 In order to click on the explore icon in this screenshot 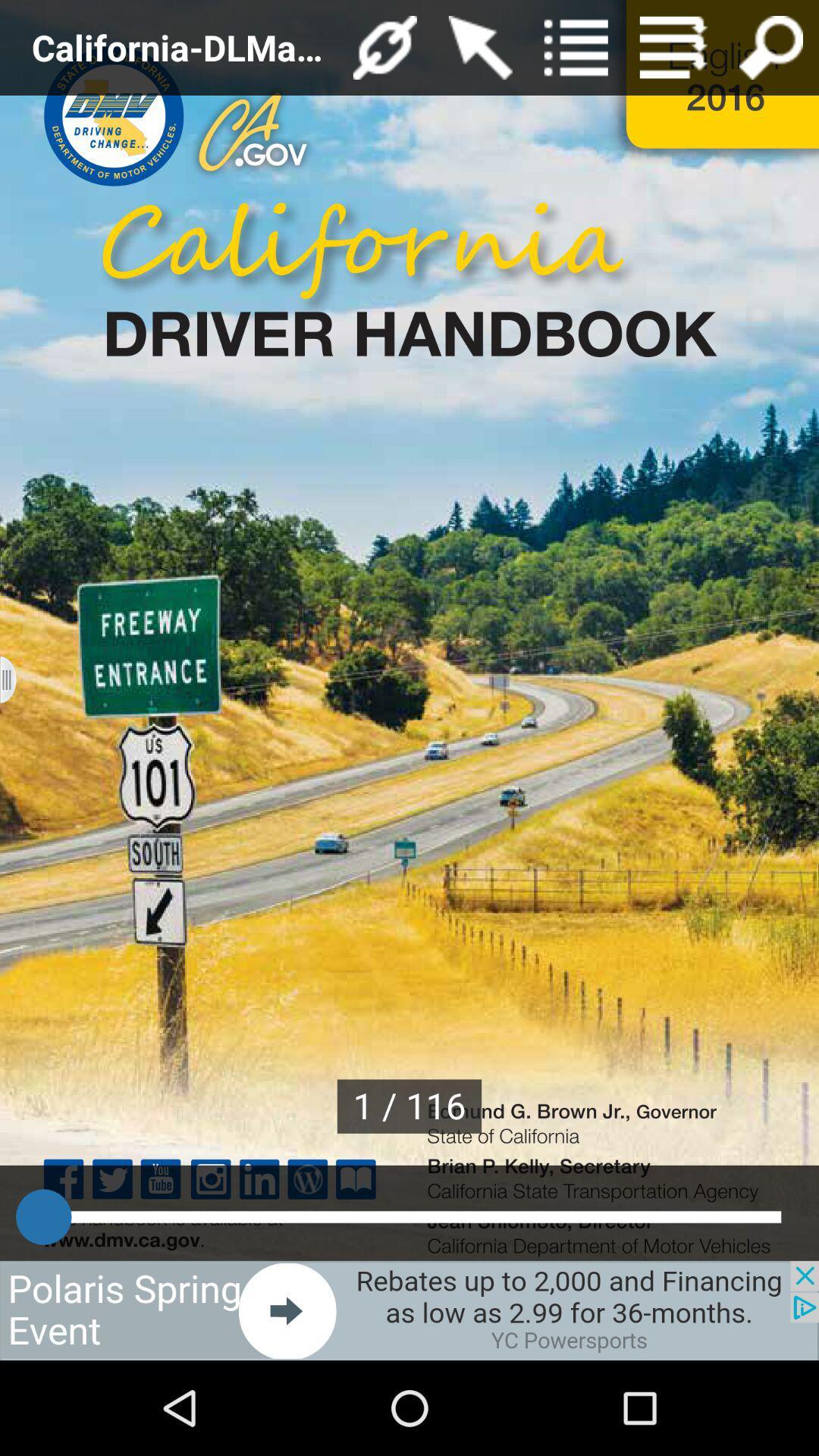, I will do `click(384, 51)`.